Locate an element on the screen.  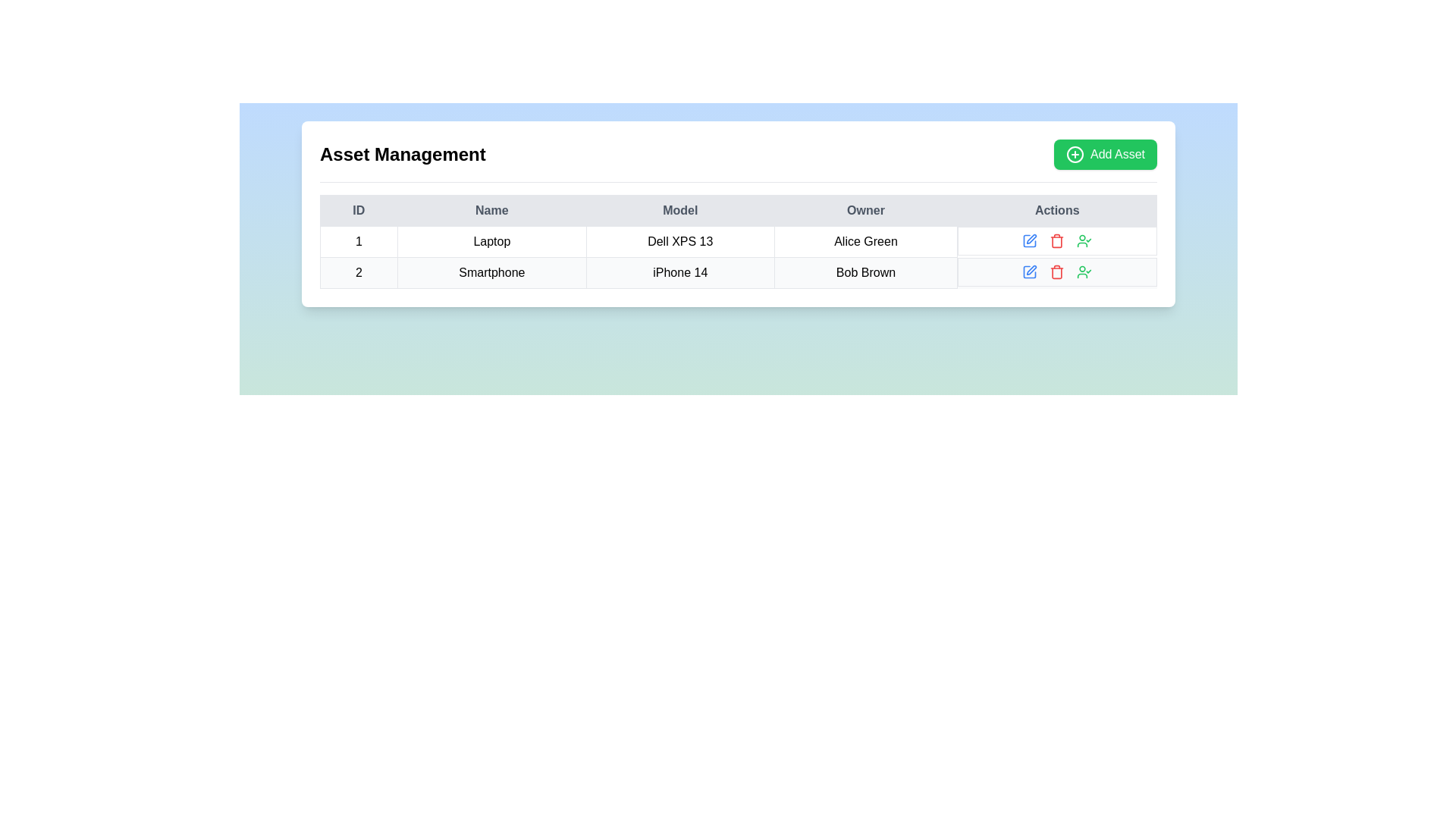
the Inline action button group in the Actions column of the first row in the table is located at coordinates (1056, 240).